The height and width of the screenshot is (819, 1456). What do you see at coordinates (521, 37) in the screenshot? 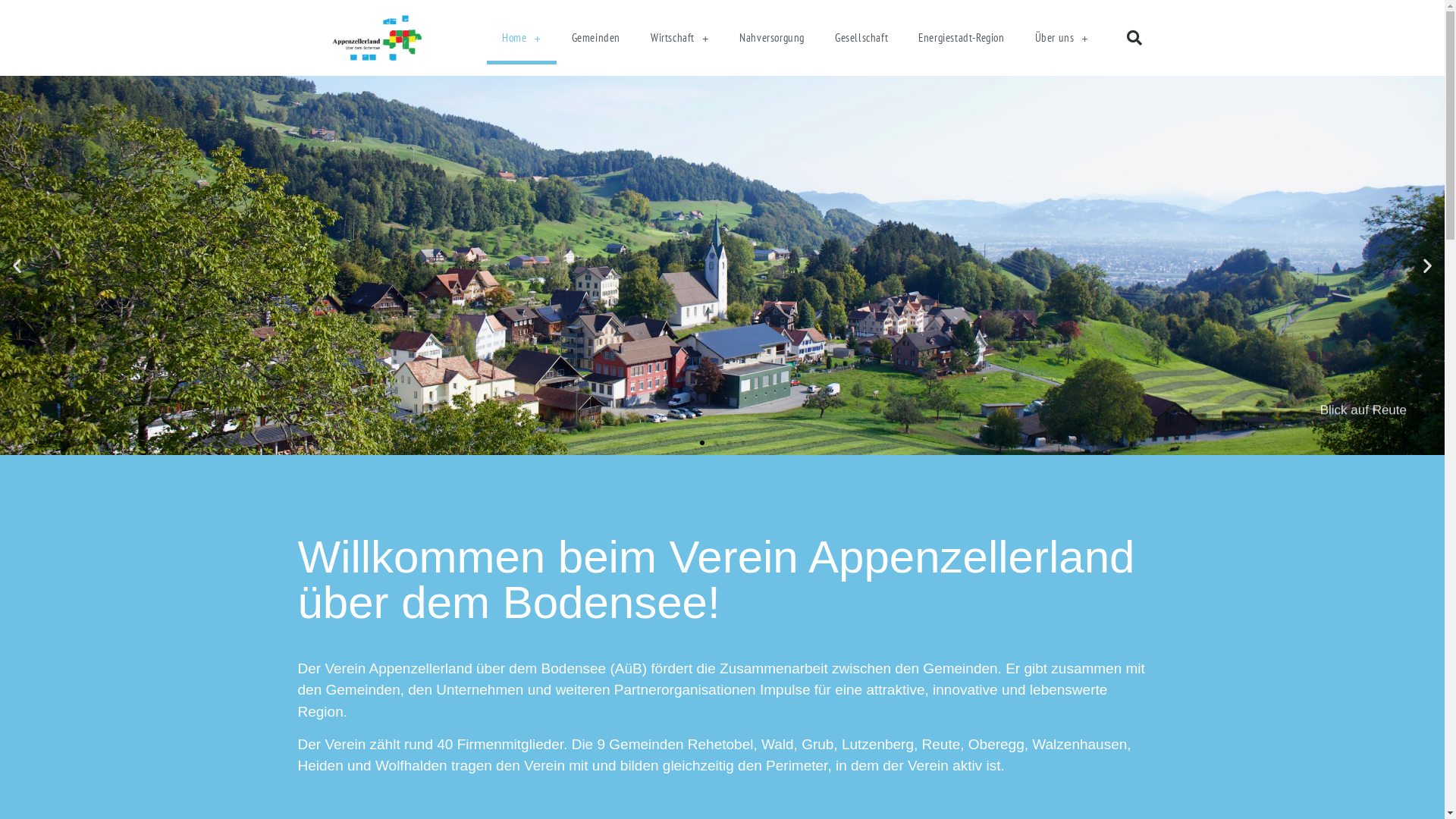
I see `'Home'` at bounding box center [521, 37].